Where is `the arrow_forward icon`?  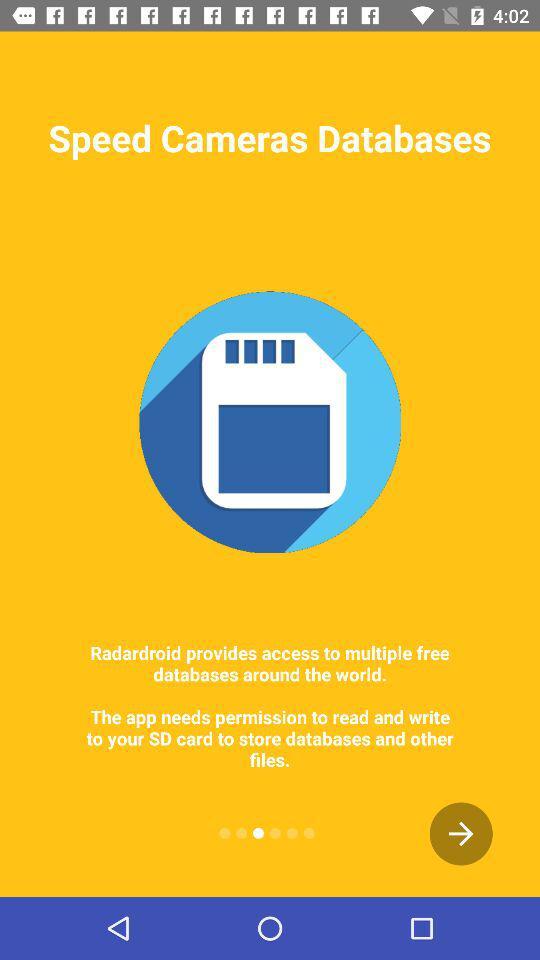 the arrow_forward icon is located at coordinates (461, 833).